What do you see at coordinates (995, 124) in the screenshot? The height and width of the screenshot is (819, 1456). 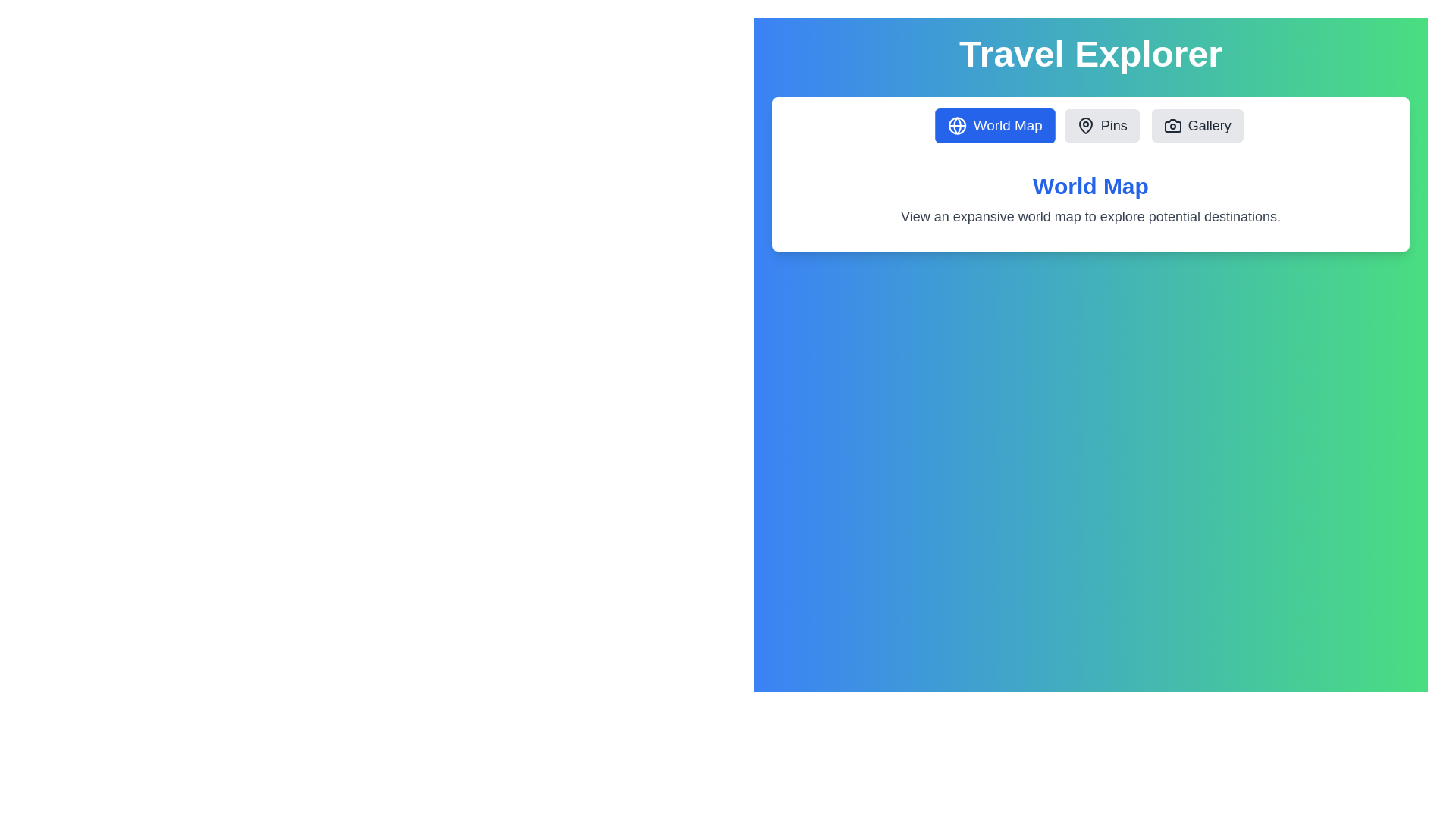 I see `the tab button labeled World Map to switch to the corresponding tab` at bounding box center [995, 124].